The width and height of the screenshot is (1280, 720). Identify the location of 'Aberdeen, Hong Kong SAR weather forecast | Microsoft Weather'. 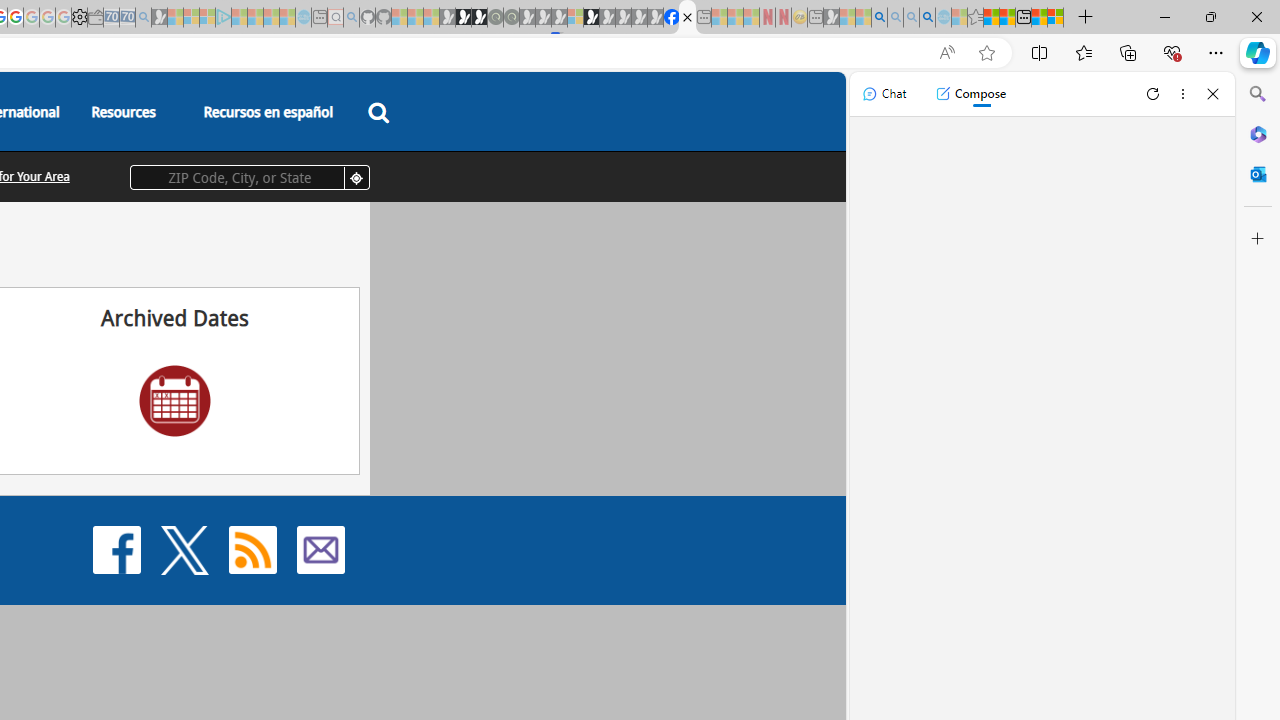
(1007, 17).